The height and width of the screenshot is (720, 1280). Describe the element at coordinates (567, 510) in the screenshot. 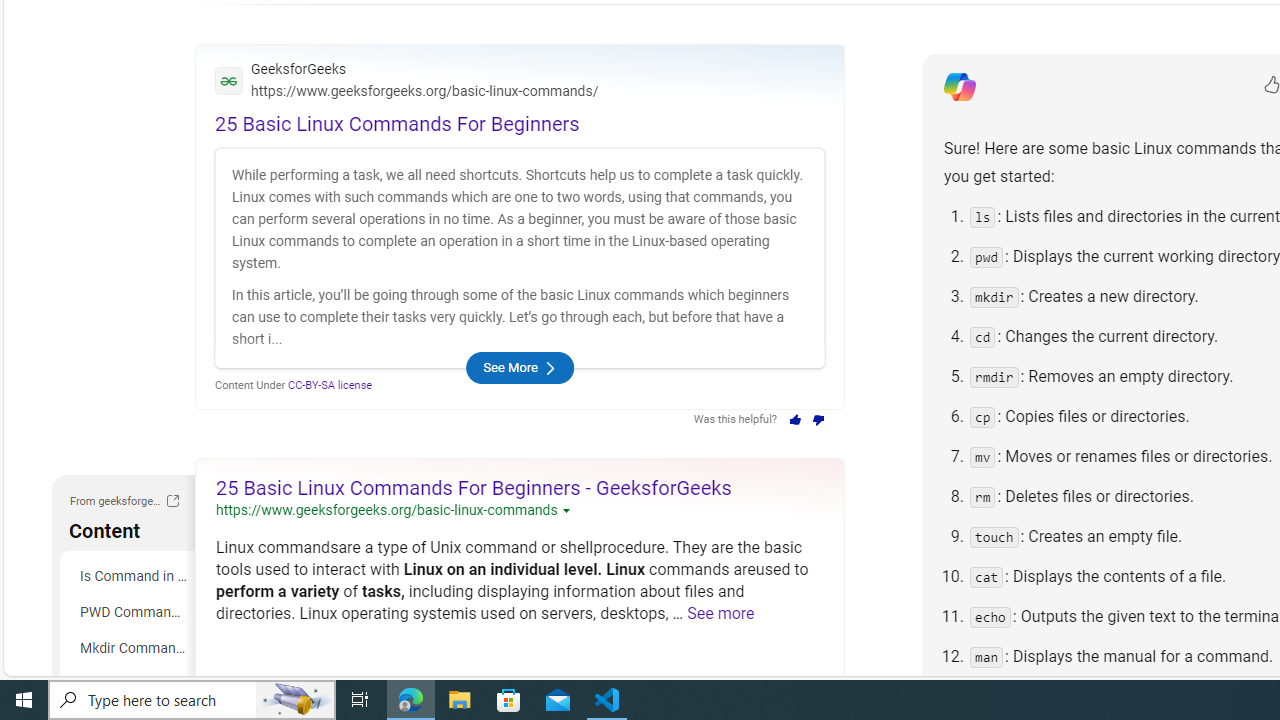

I see `'Actions for this site'` at that location.